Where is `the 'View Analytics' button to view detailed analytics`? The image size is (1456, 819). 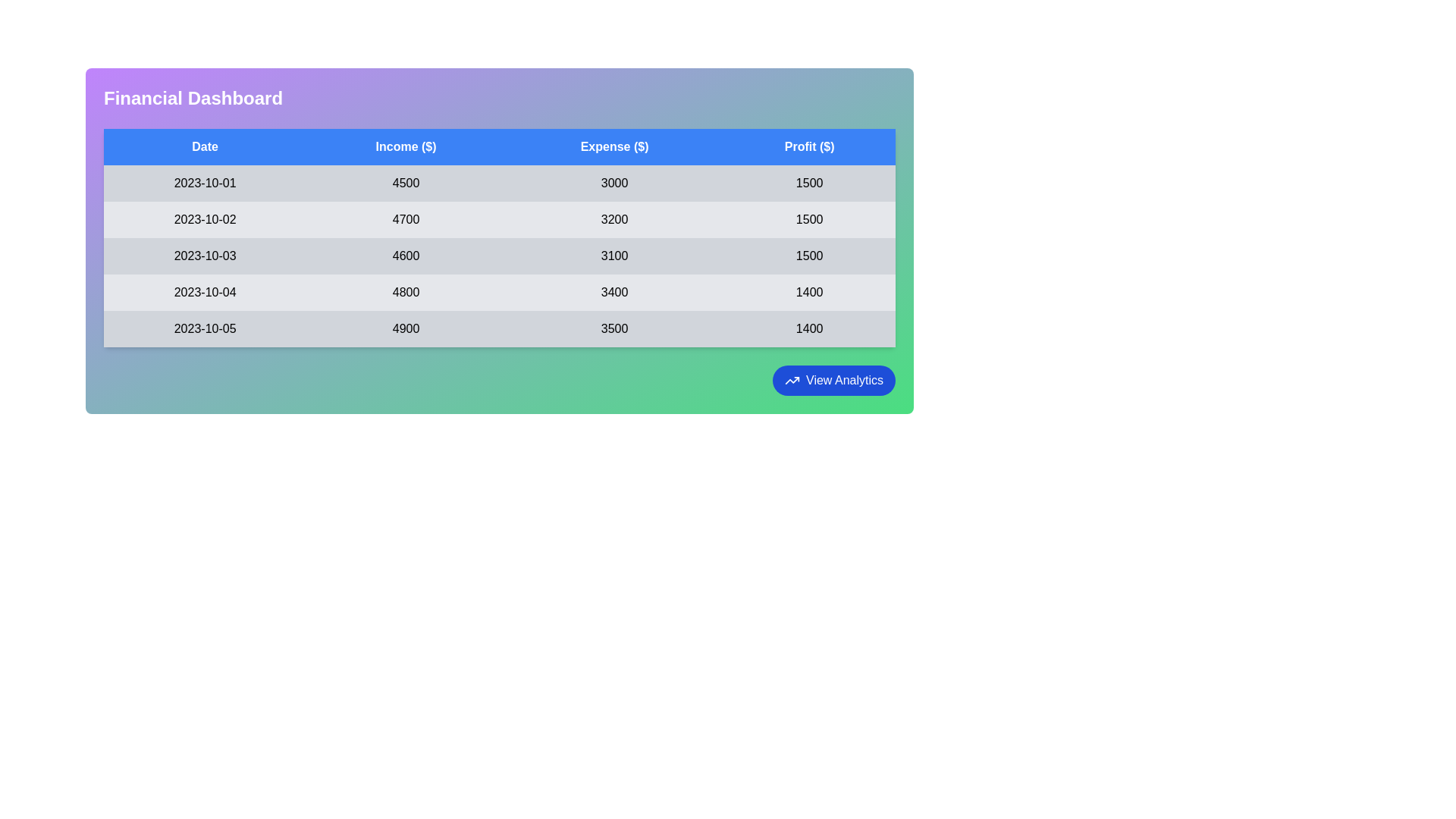
the 'View Analytics' button to view detailed analytics is located at coordinates (833, 379).